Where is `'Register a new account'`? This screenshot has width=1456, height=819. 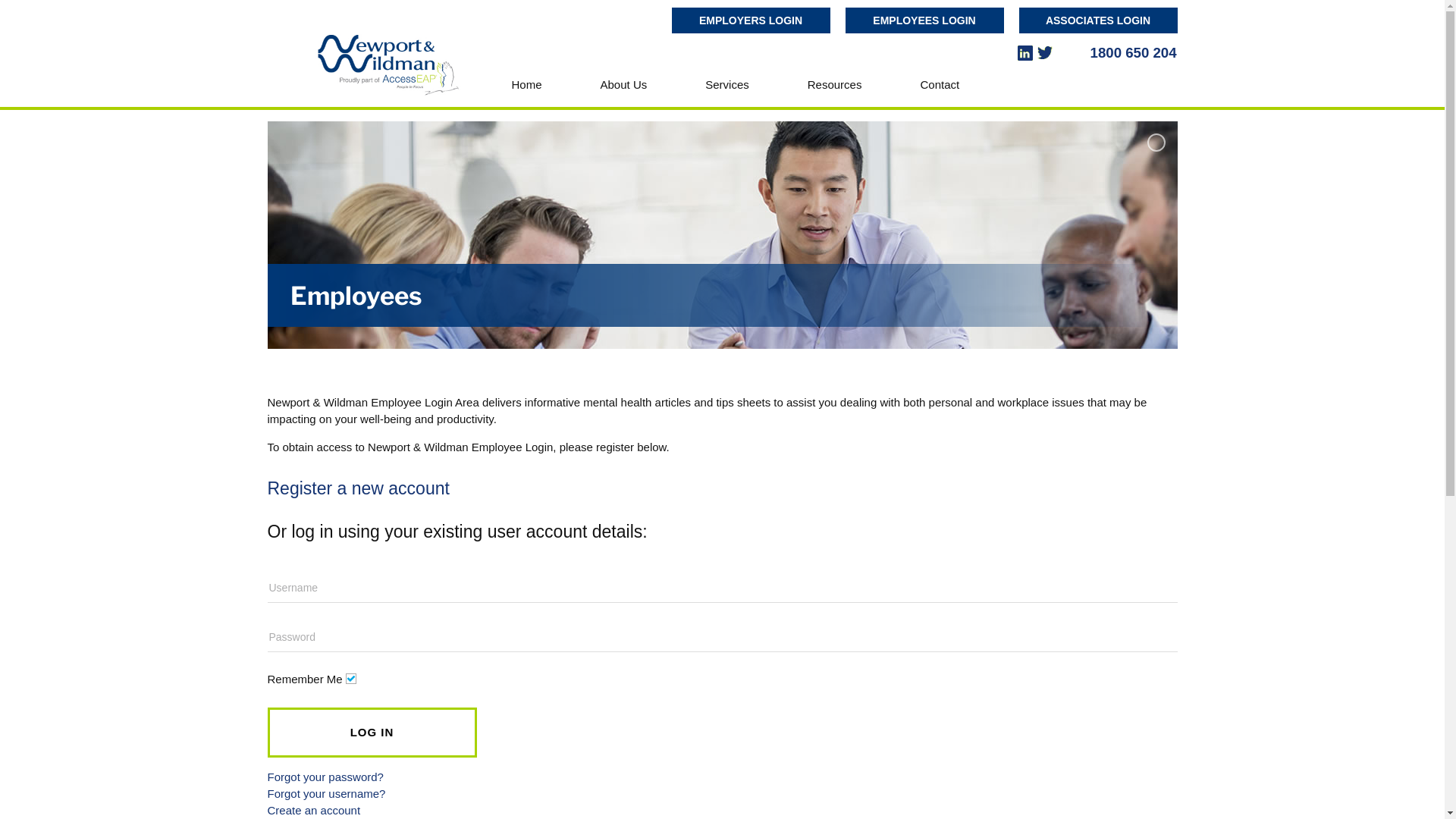
'Register a new account' is located at coordinates (356, 488).